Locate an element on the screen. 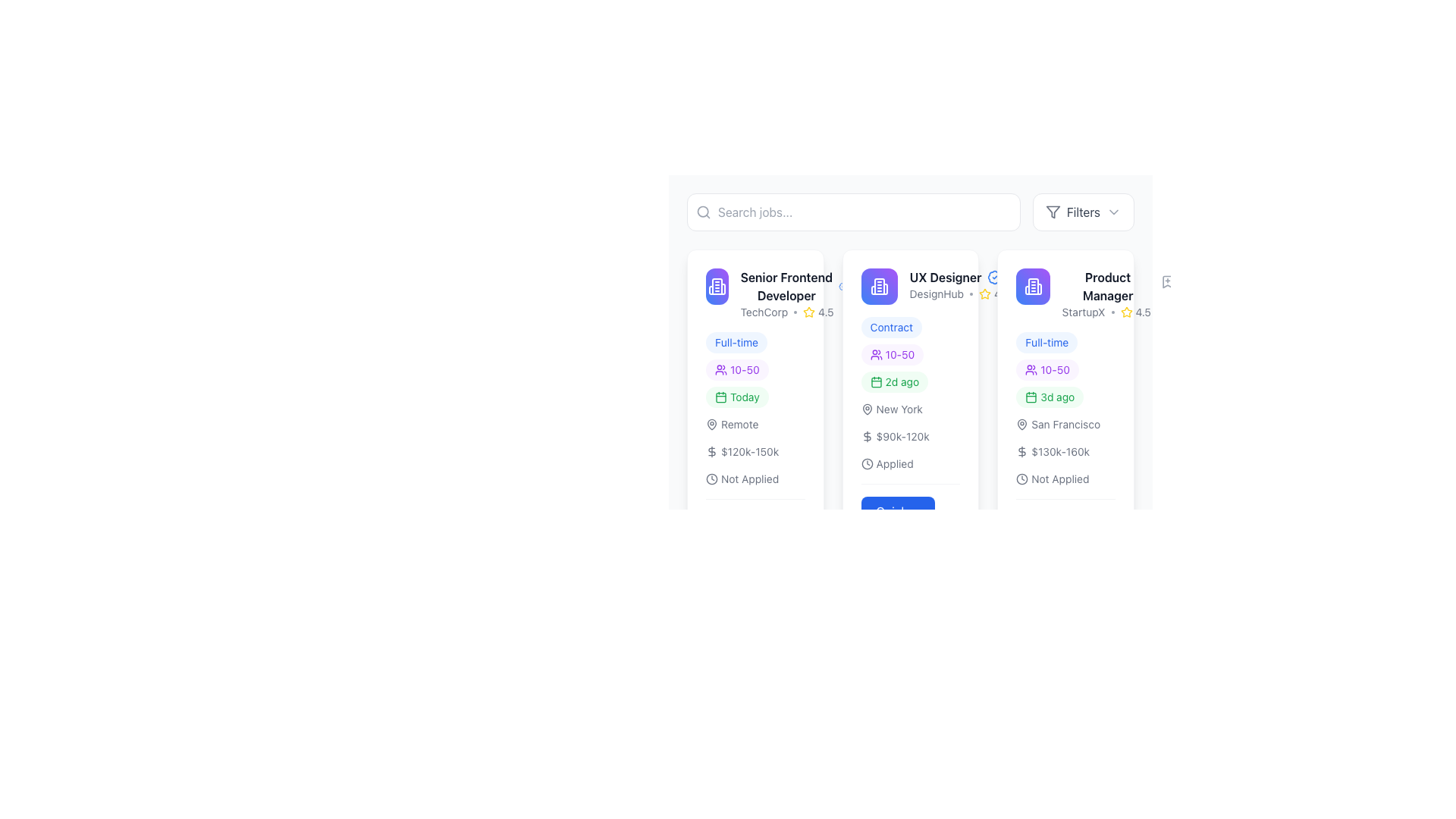 This screenshot has width=1456, height=819. the team icon that visually represents a group or team, located in the second card of job postings, adjacent to the '10-50' text in a purple shaded area is located at coordinates (720, 370).